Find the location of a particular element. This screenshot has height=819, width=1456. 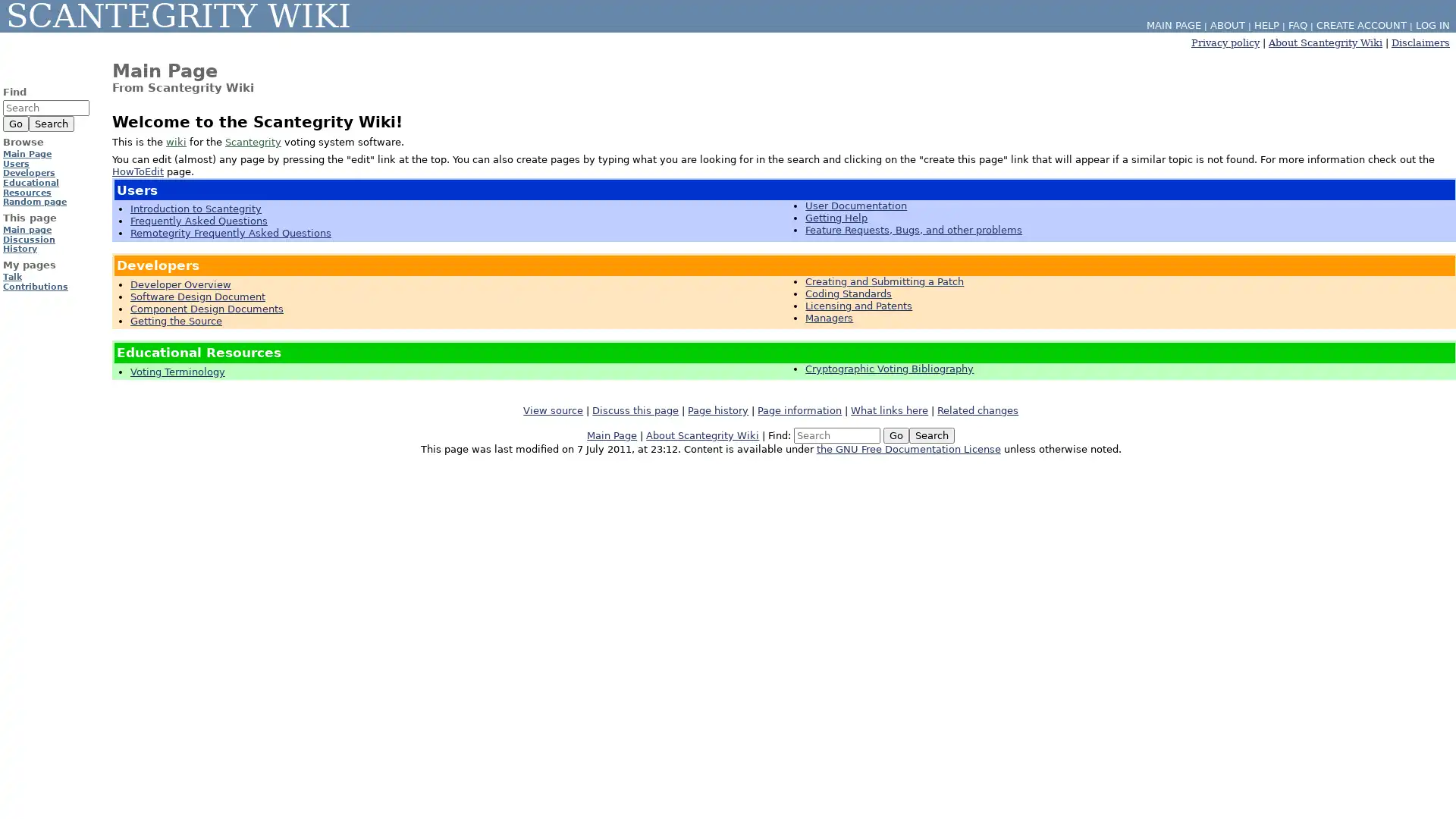

Search is located at coordinates (51, 123).